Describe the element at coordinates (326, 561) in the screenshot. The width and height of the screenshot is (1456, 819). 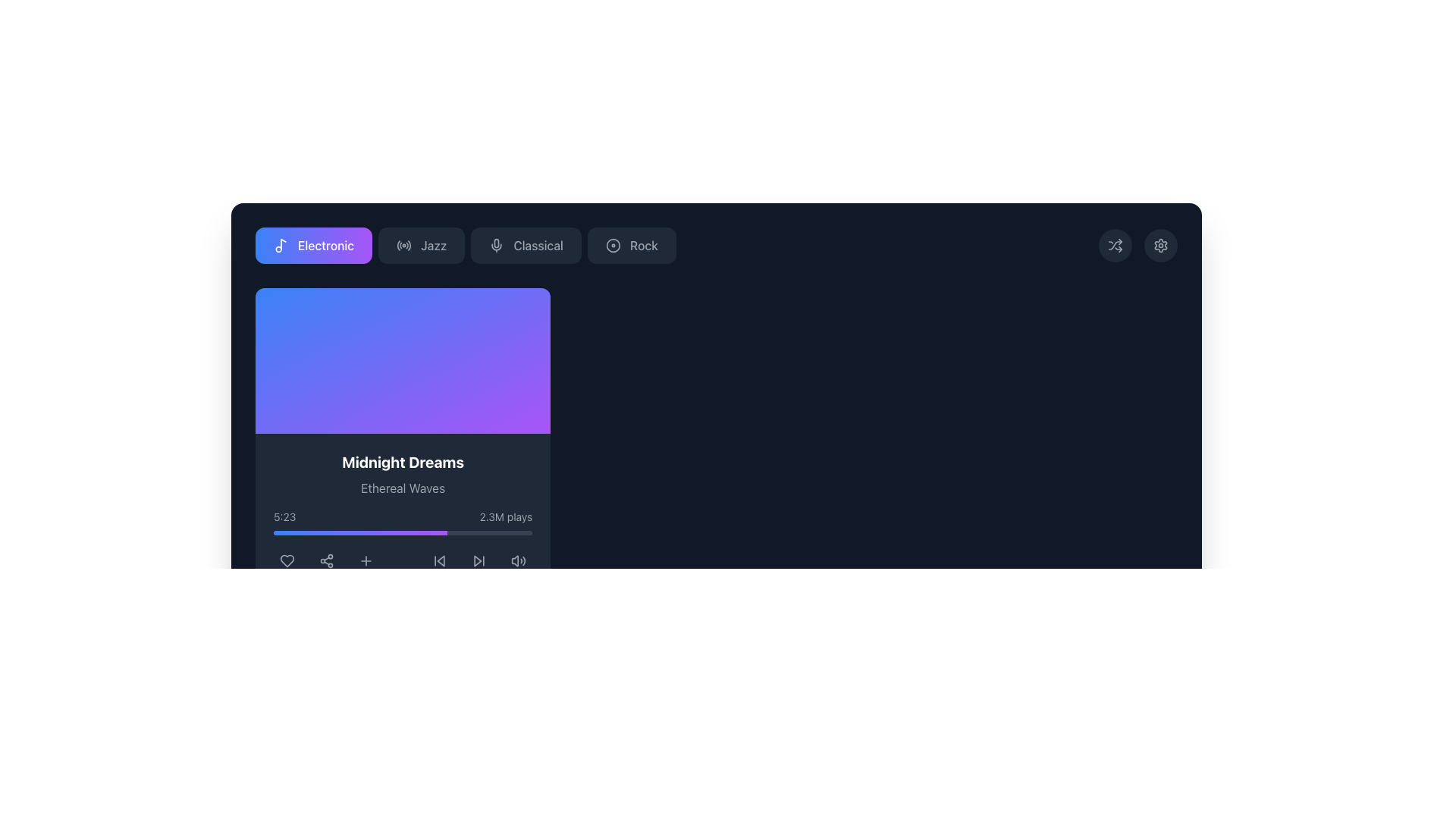
I see `the share button located between the 'like' heart icon and the '+' icon, positioned directly beneath the media description and progress bar` at that location.